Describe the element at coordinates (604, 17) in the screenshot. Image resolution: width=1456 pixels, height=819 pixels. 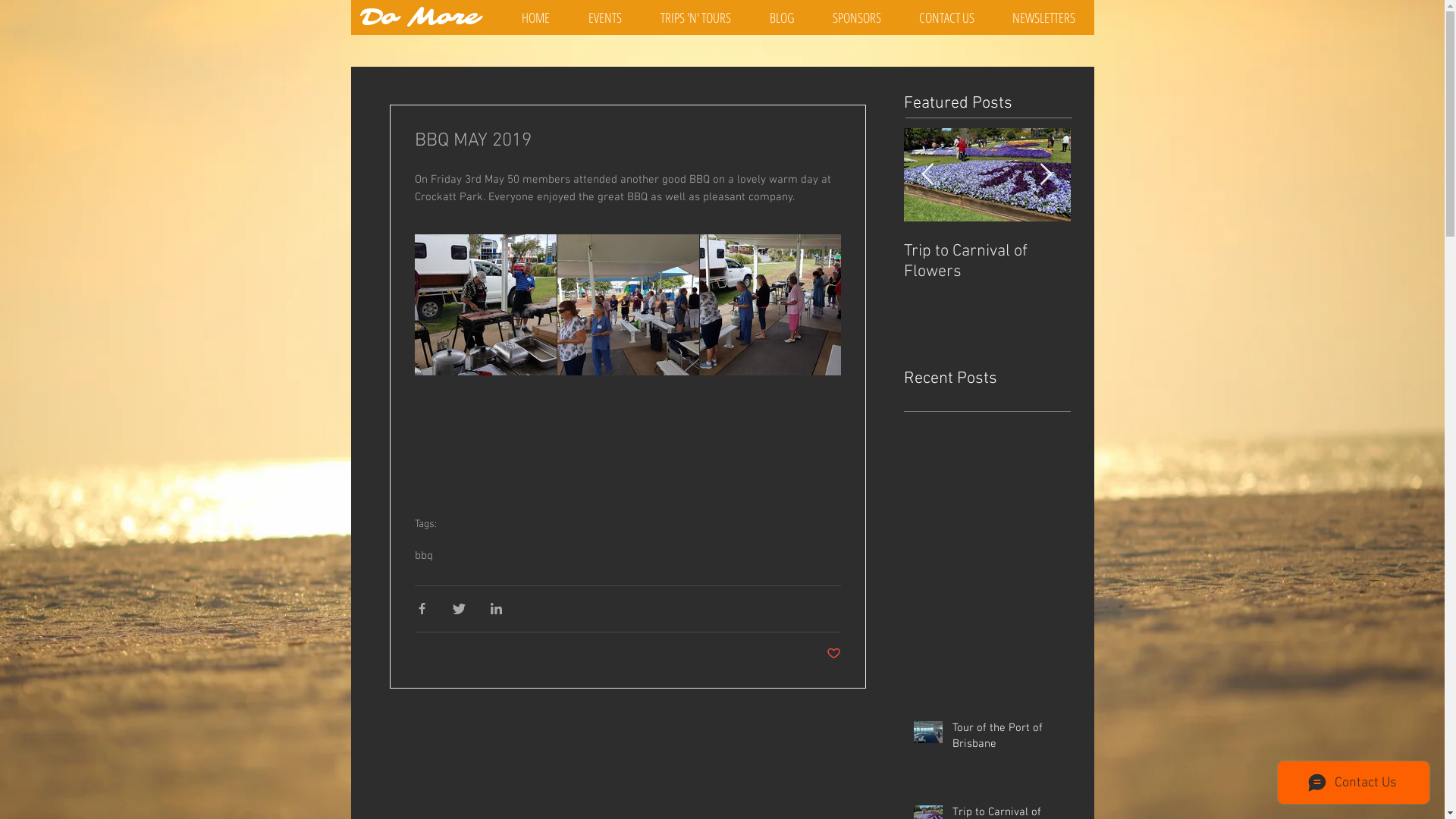
I see `'EVENTS'` at that location.